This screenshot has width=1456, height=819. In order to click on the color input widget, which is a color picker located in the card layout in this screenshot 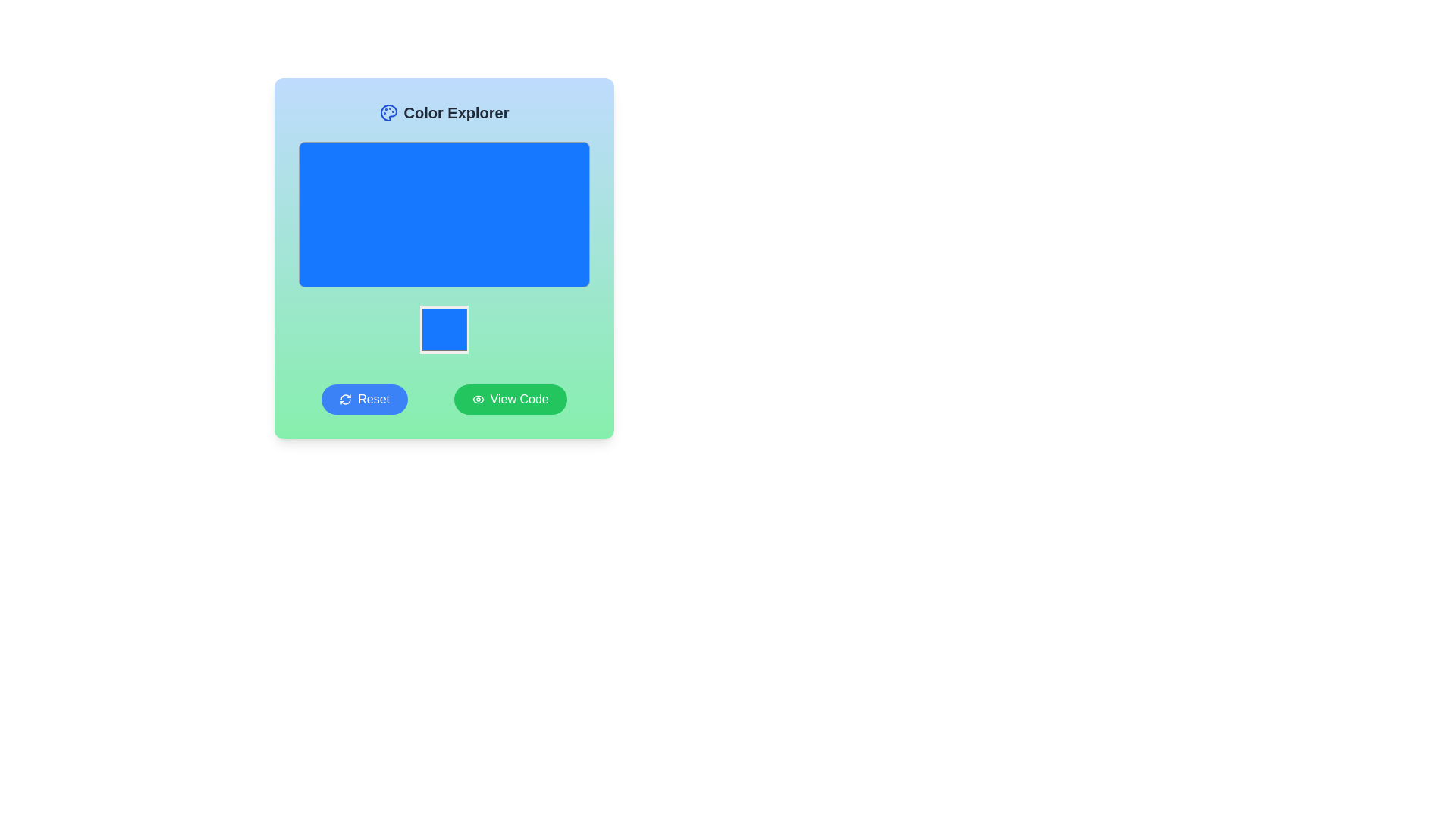, I will do `click(443, 329)`.